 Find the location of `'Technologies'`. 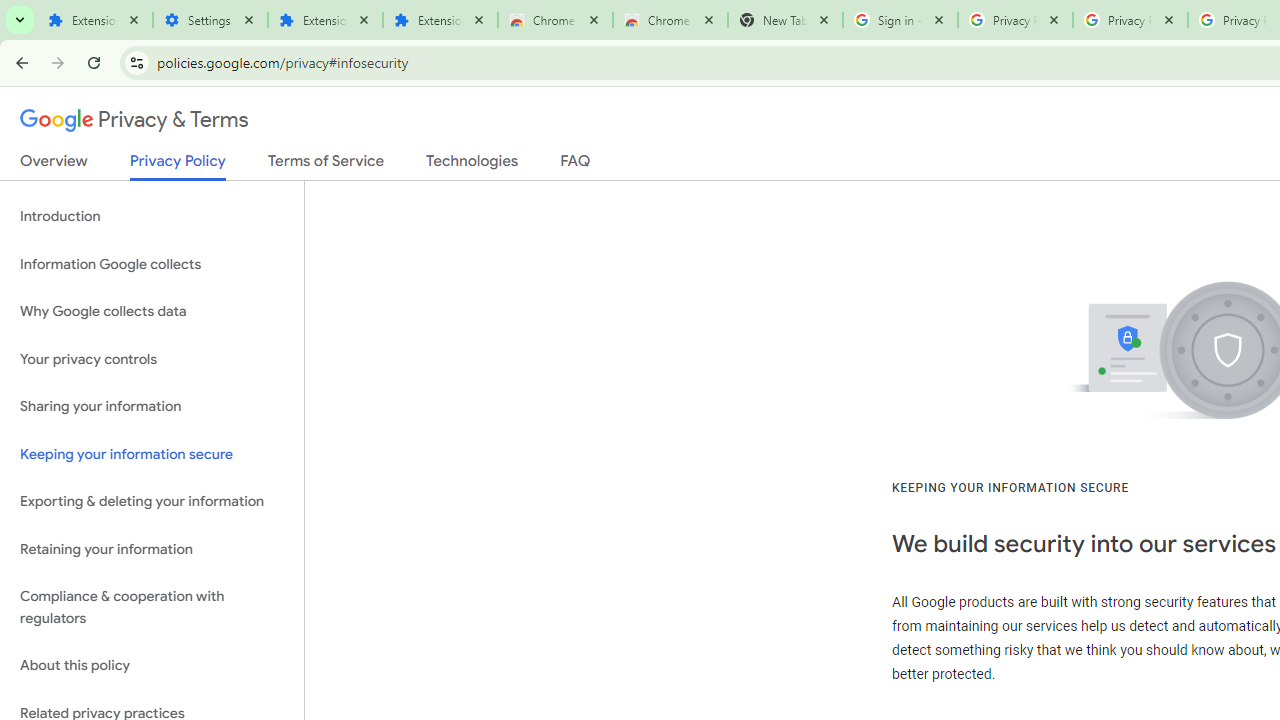

'Technologies' is located at coordinates (471, 164).